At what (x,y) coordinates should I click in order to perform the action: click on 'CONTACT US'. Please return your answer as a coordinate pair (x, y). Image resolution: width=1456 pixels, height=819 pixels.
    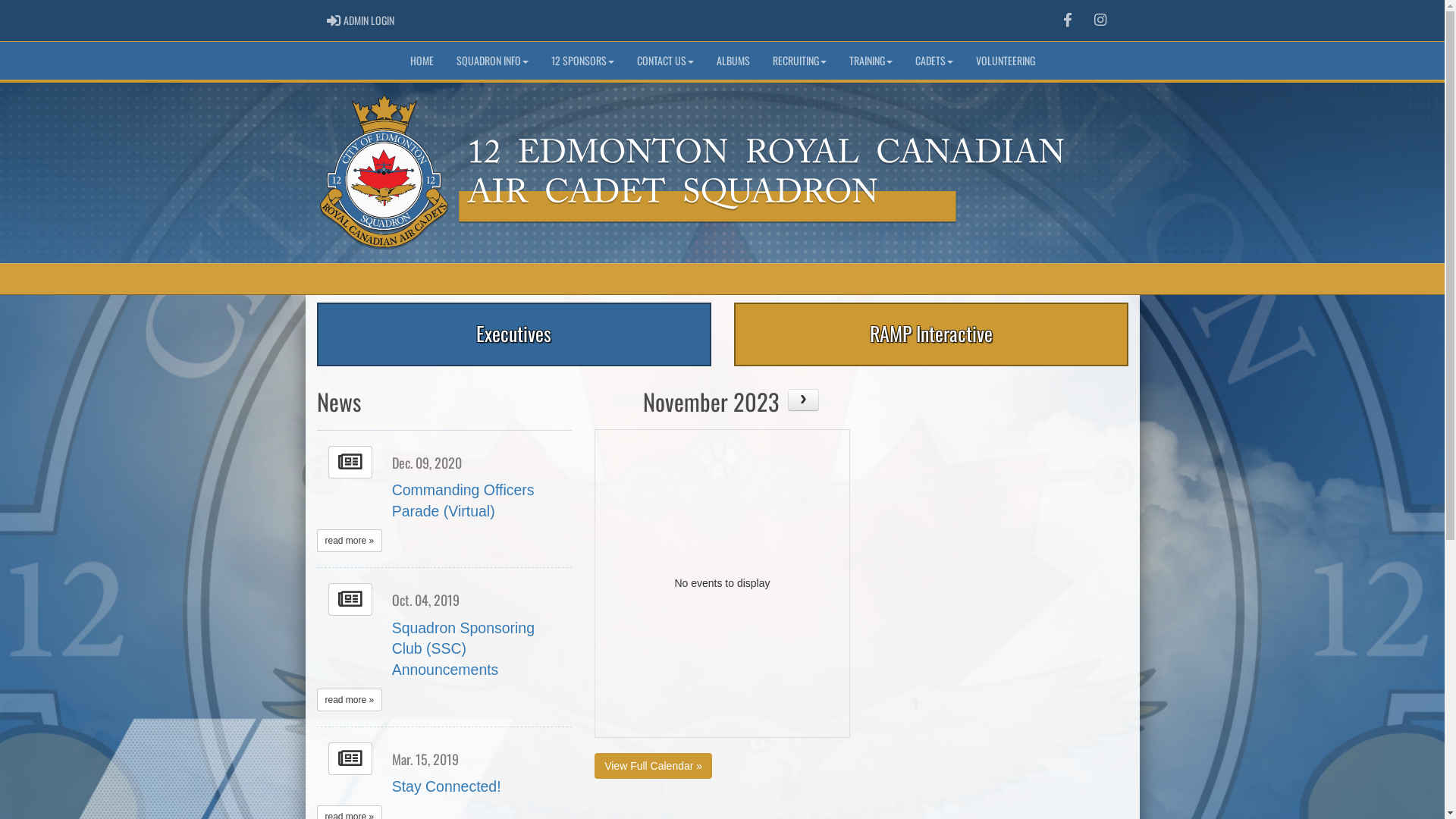
    Looking at the image, I should click on (664, 60).